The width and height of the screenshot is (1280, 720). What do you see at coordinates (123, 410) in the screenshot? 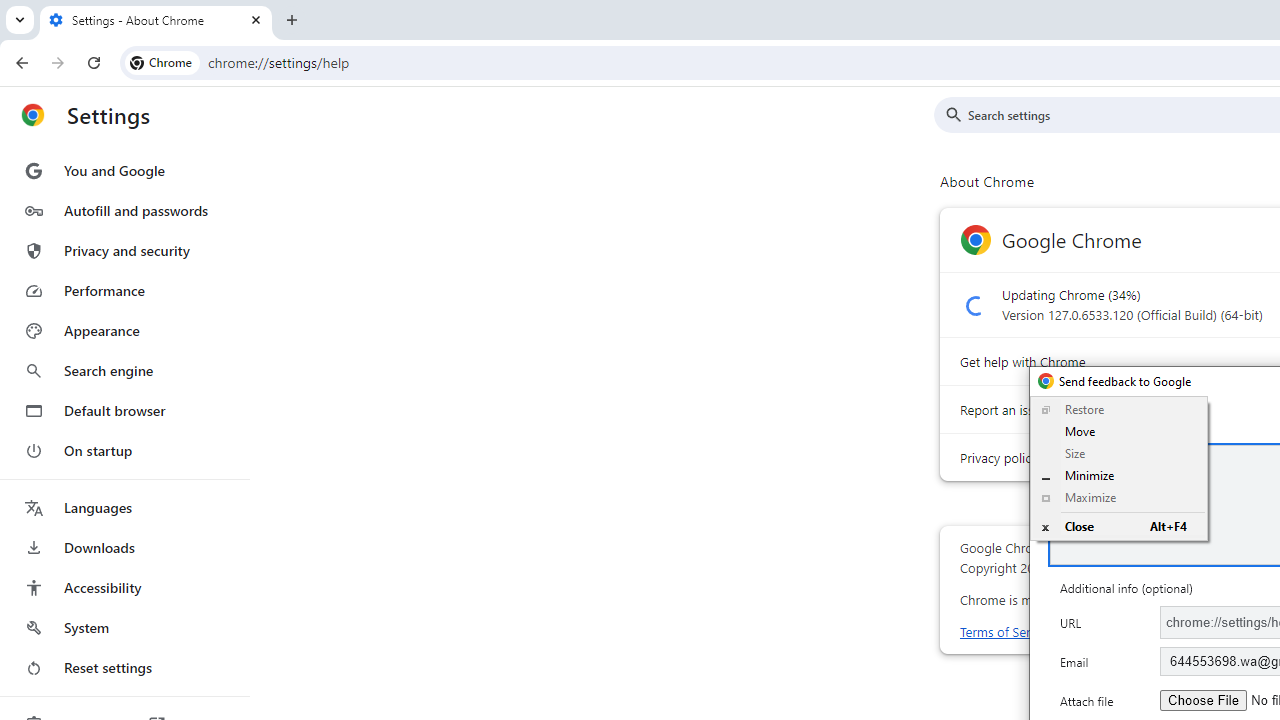
I see `'Default browser'` at bounding box center [123, 410].